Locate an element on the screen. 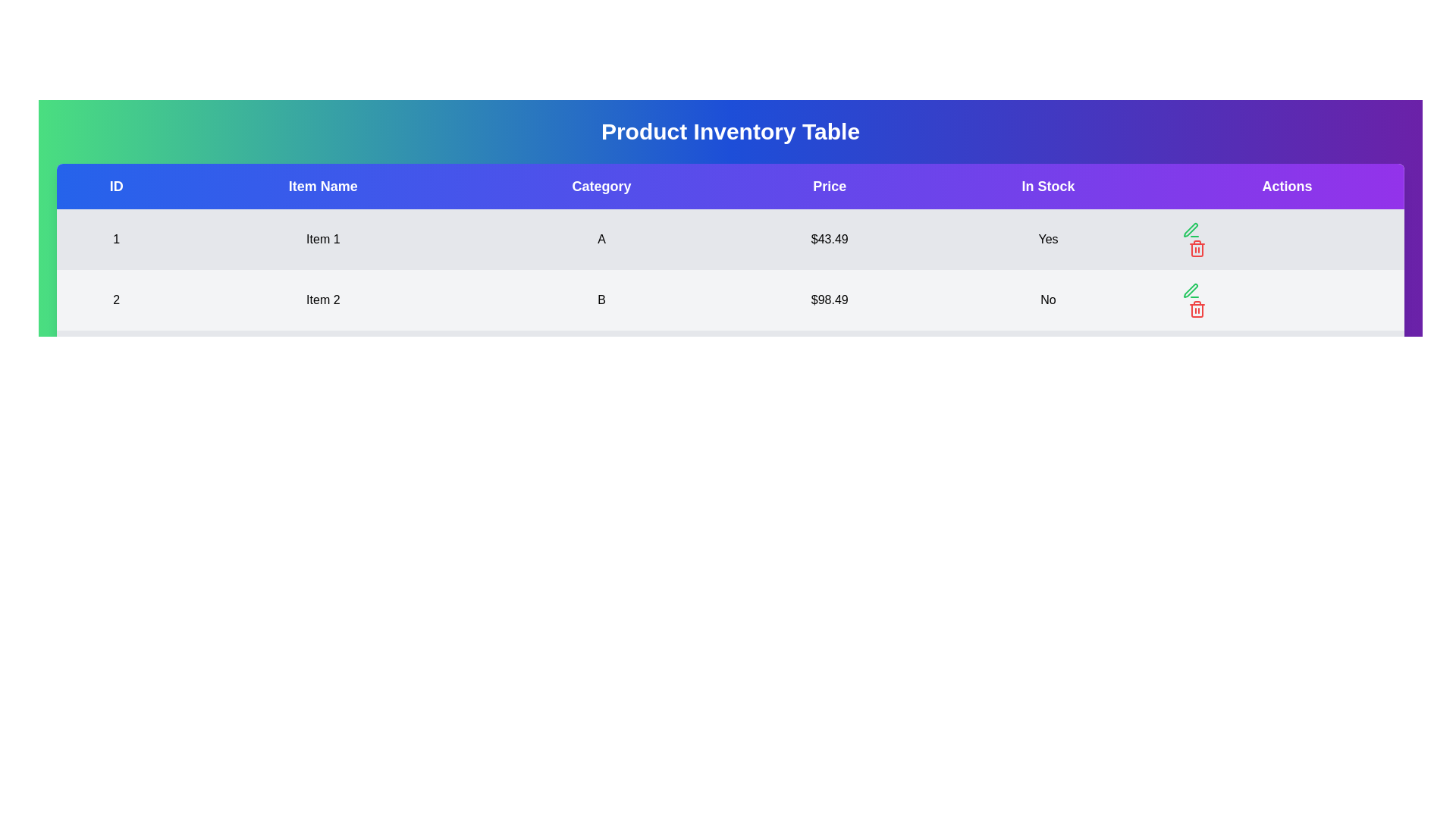  the header labeled ID to sort or filter the table by that column is located at coordinates (115, 186).